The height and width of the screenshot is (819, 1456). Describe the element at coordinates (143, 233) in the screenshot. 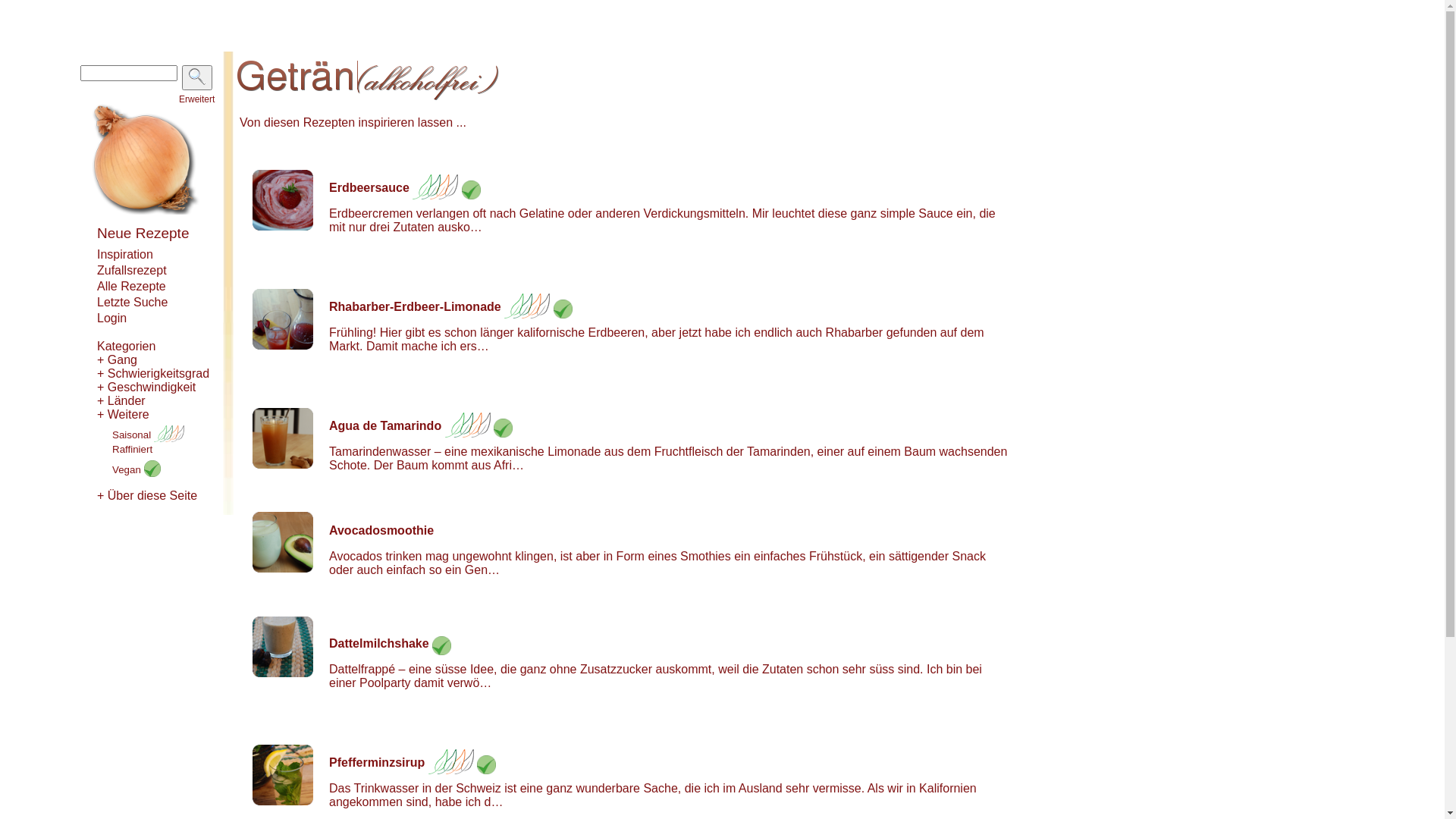

I see `'Neue Rezepte'` at that location.